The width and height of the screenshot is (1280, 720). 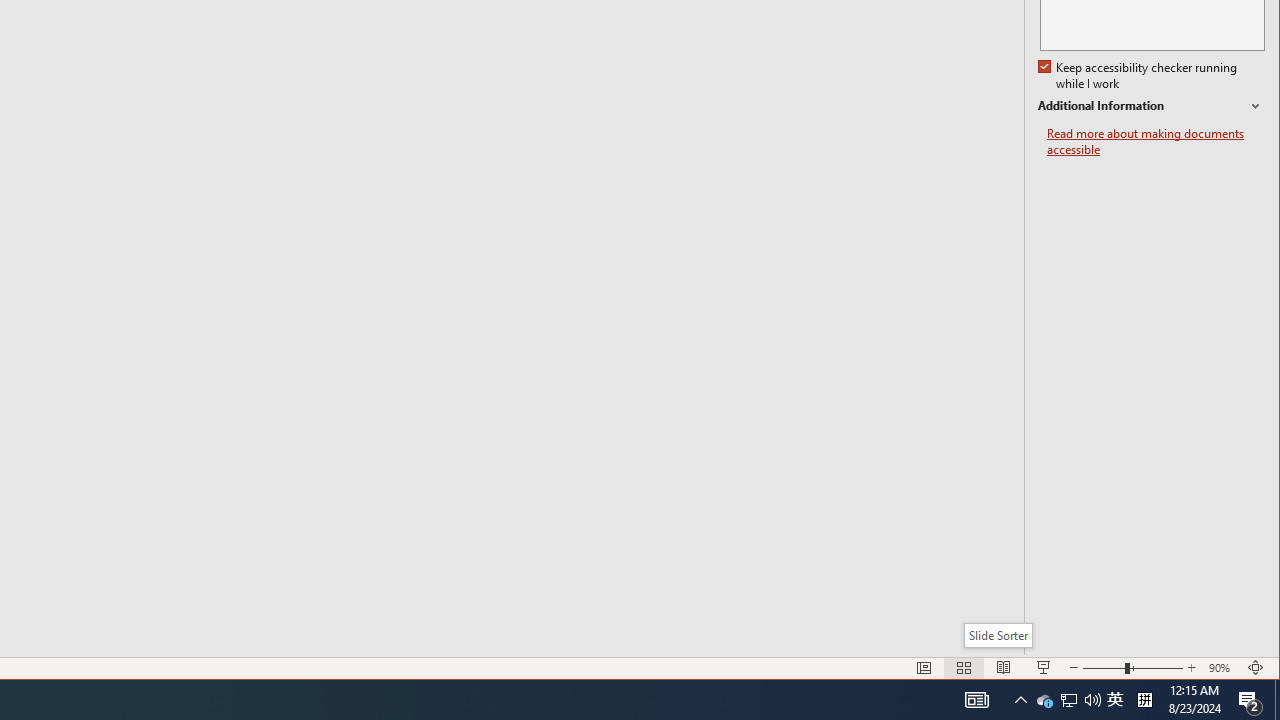 I want to click on 'Additional Information', so click(x=1151, y=106).